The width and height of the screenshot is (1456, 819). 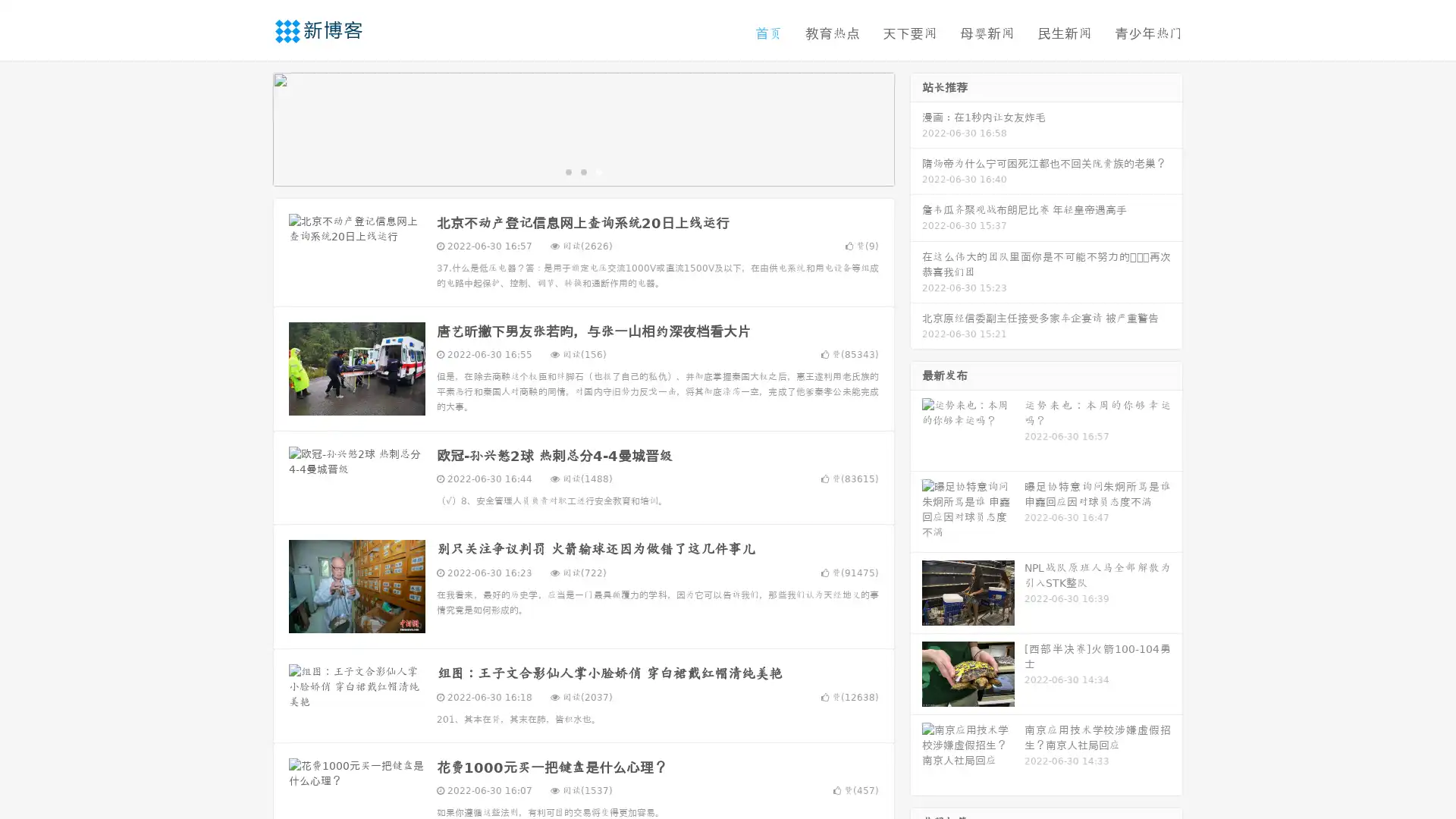 I want to click on Next slide, so click(x=916, y=127).